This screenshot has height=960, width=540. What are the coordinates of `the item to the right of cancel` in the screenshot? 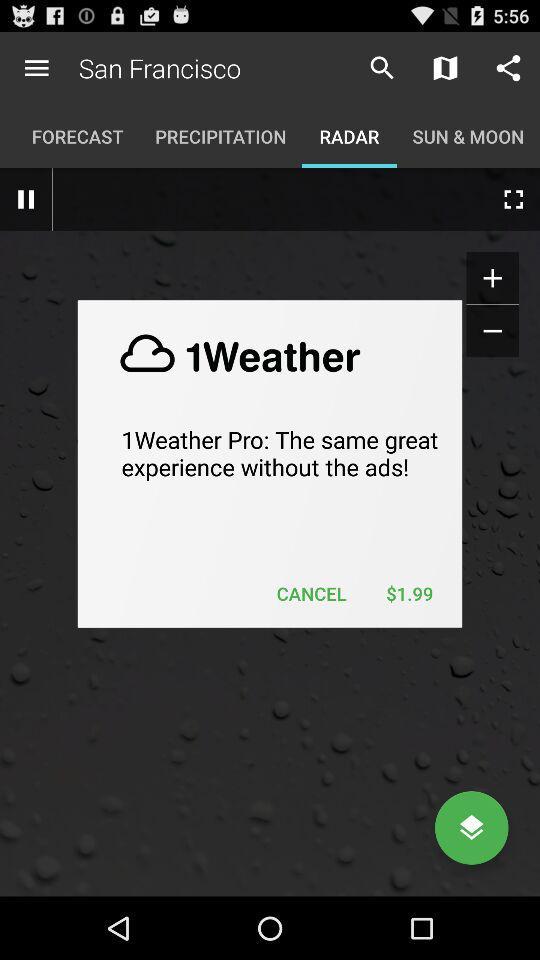 It's located at (408, 593).